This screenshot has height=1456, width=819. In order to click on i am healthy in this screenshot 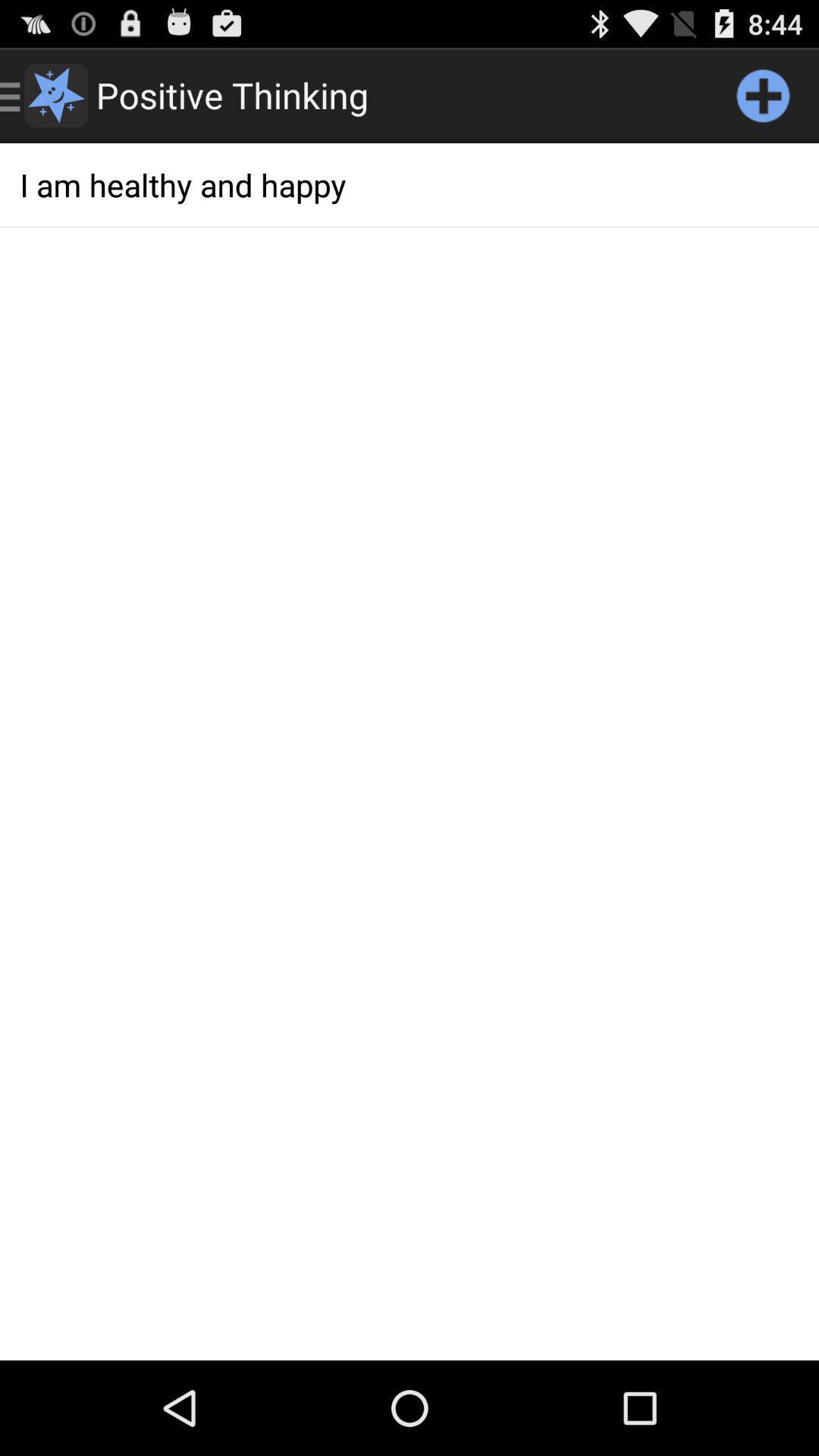, I will do `click(409, 184)`.